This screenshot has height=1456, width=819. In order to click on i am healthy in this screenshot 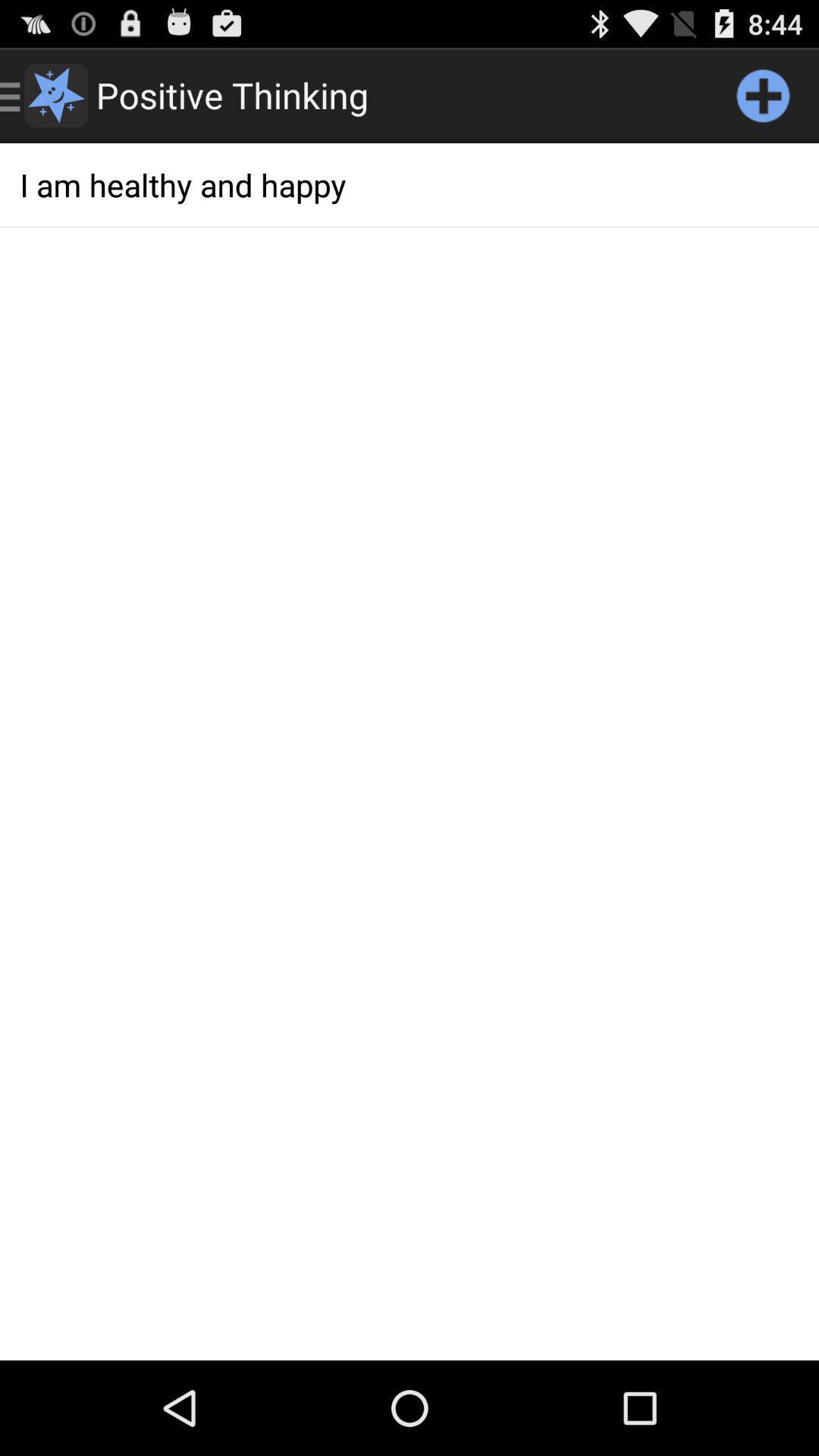, I will do `click(409, 184)`.